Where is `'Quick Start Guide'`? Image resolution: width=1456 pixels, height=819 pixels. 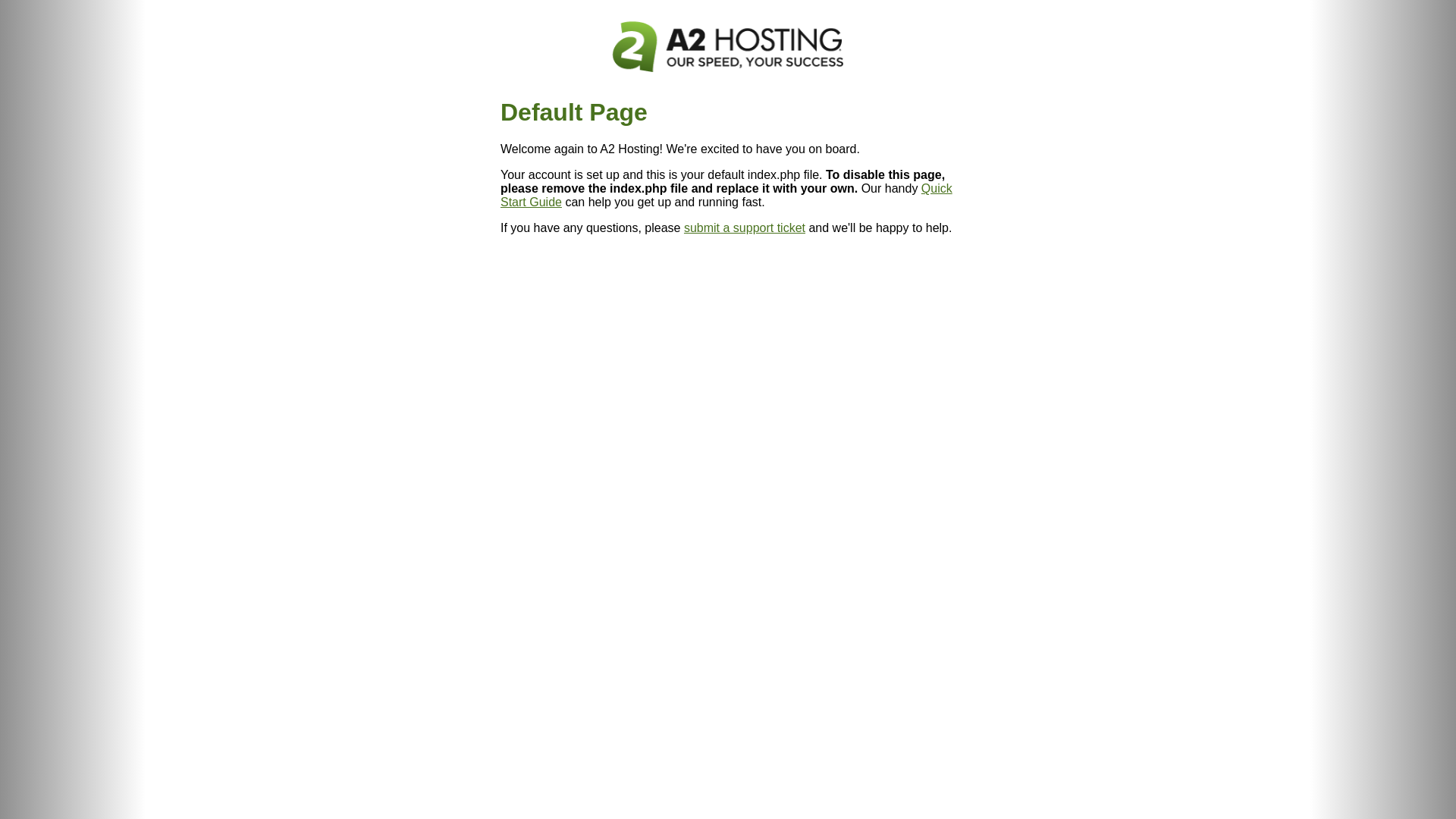
'Quick Start Guide' is located at coordinates (726, 194).